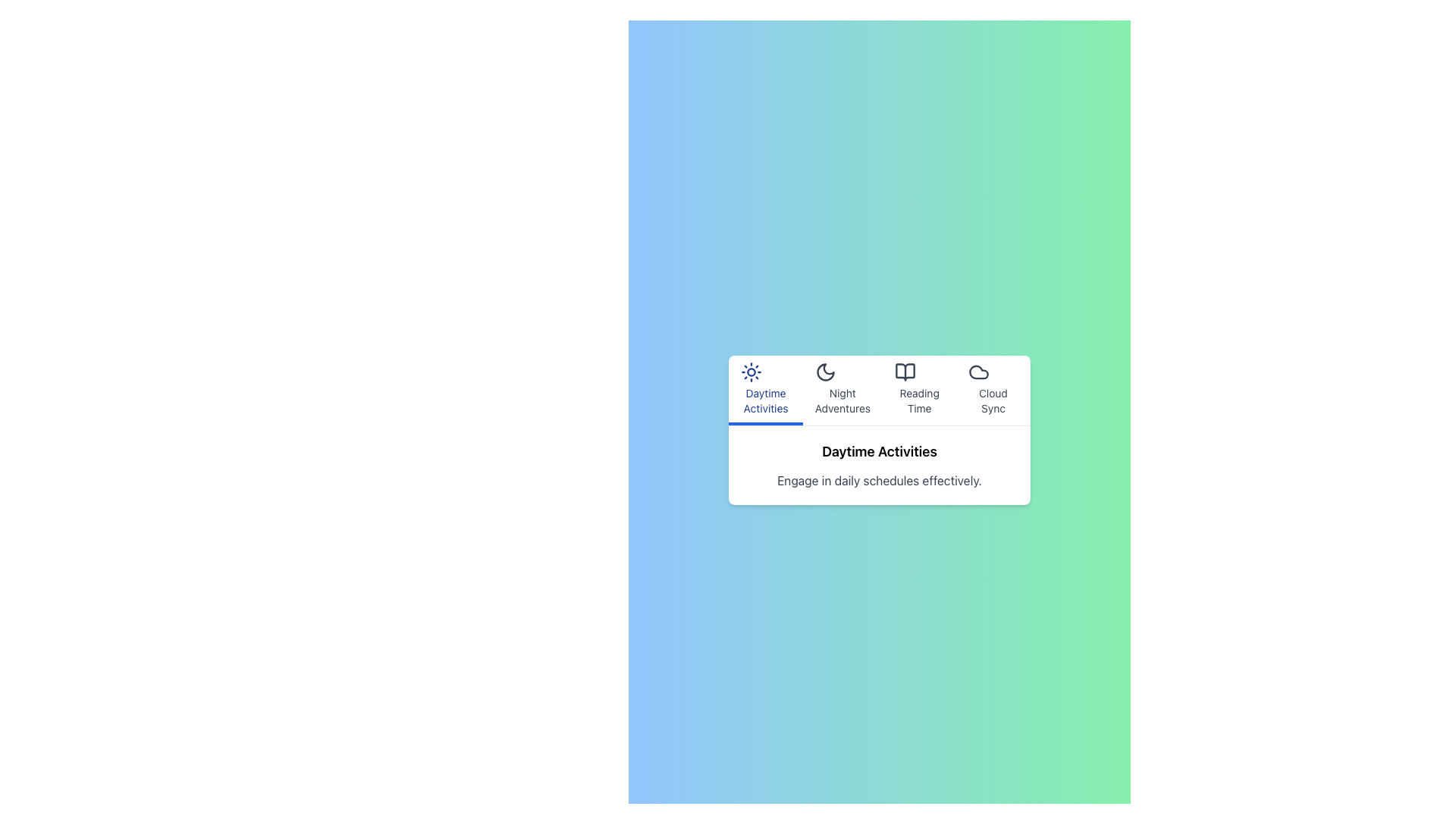 This screenshot has width=1456, height=819. Describe the element at coordinates (766, 400) in the screenshot. I see `the text label indicating daytime activities in the navigation bar` at that location.